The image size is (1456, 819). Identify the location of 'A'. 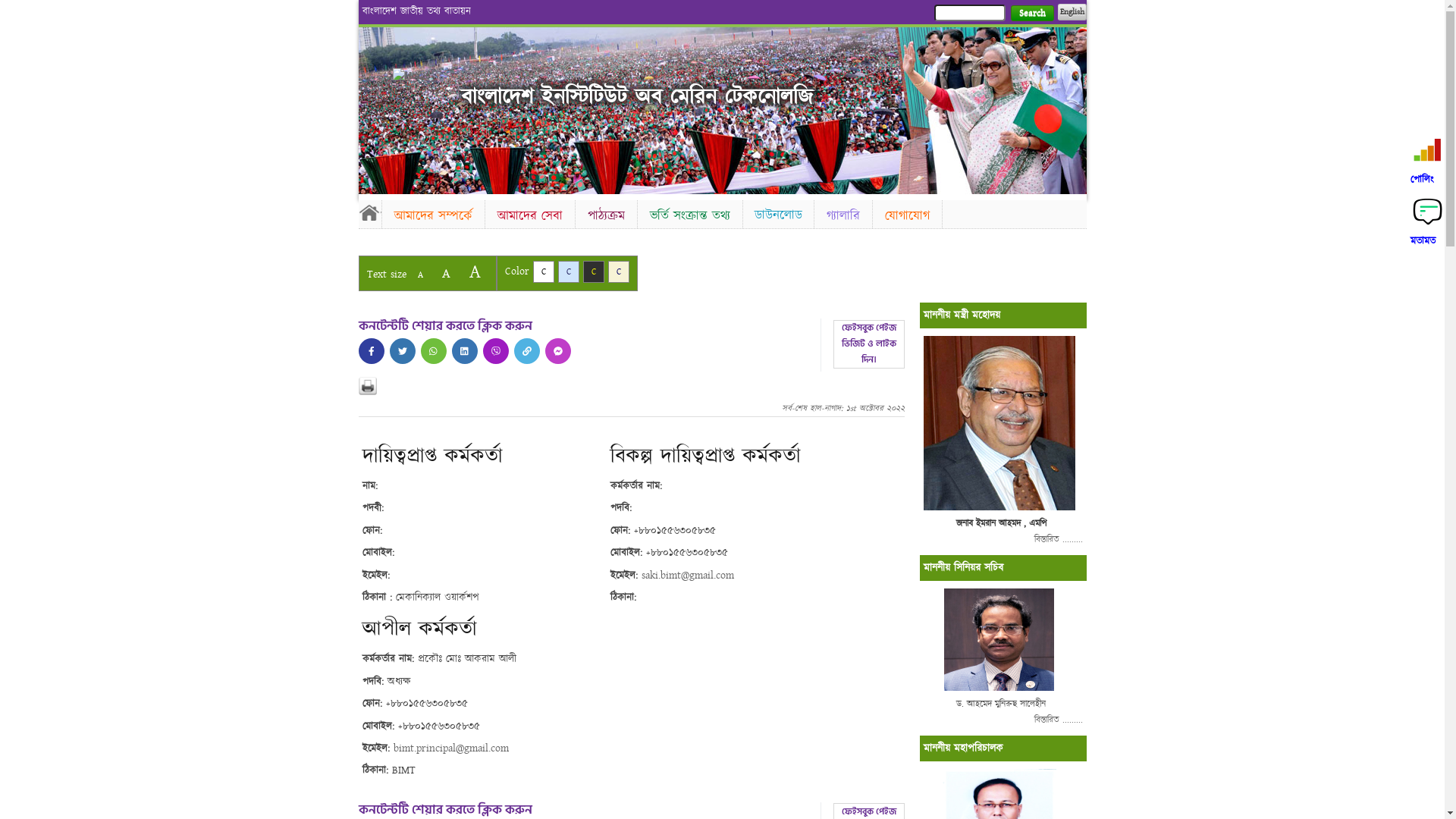
(409, 275).